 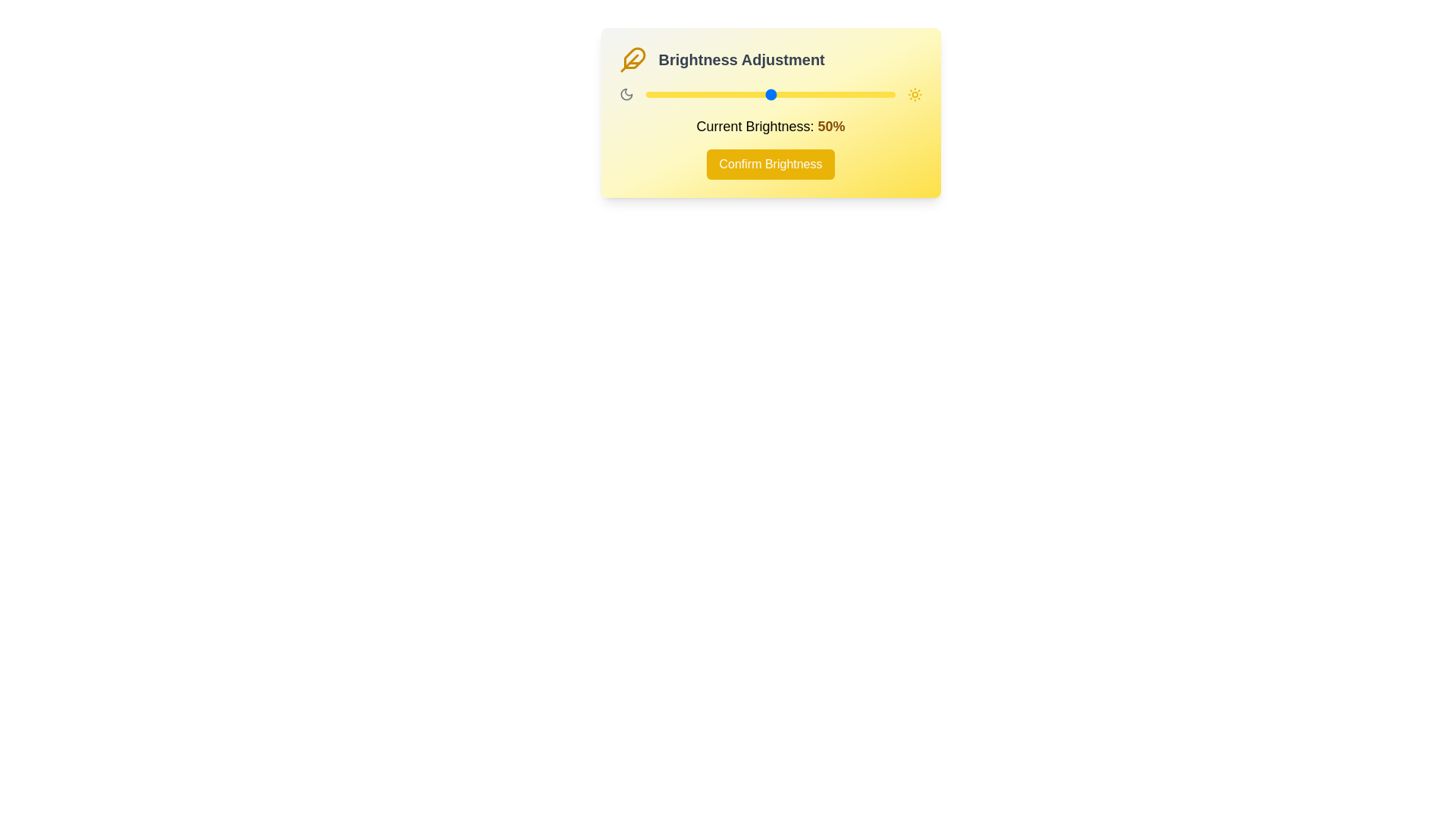 I want to click on the brightness to 76% by dragging the slider, so click(x=834, y=94).